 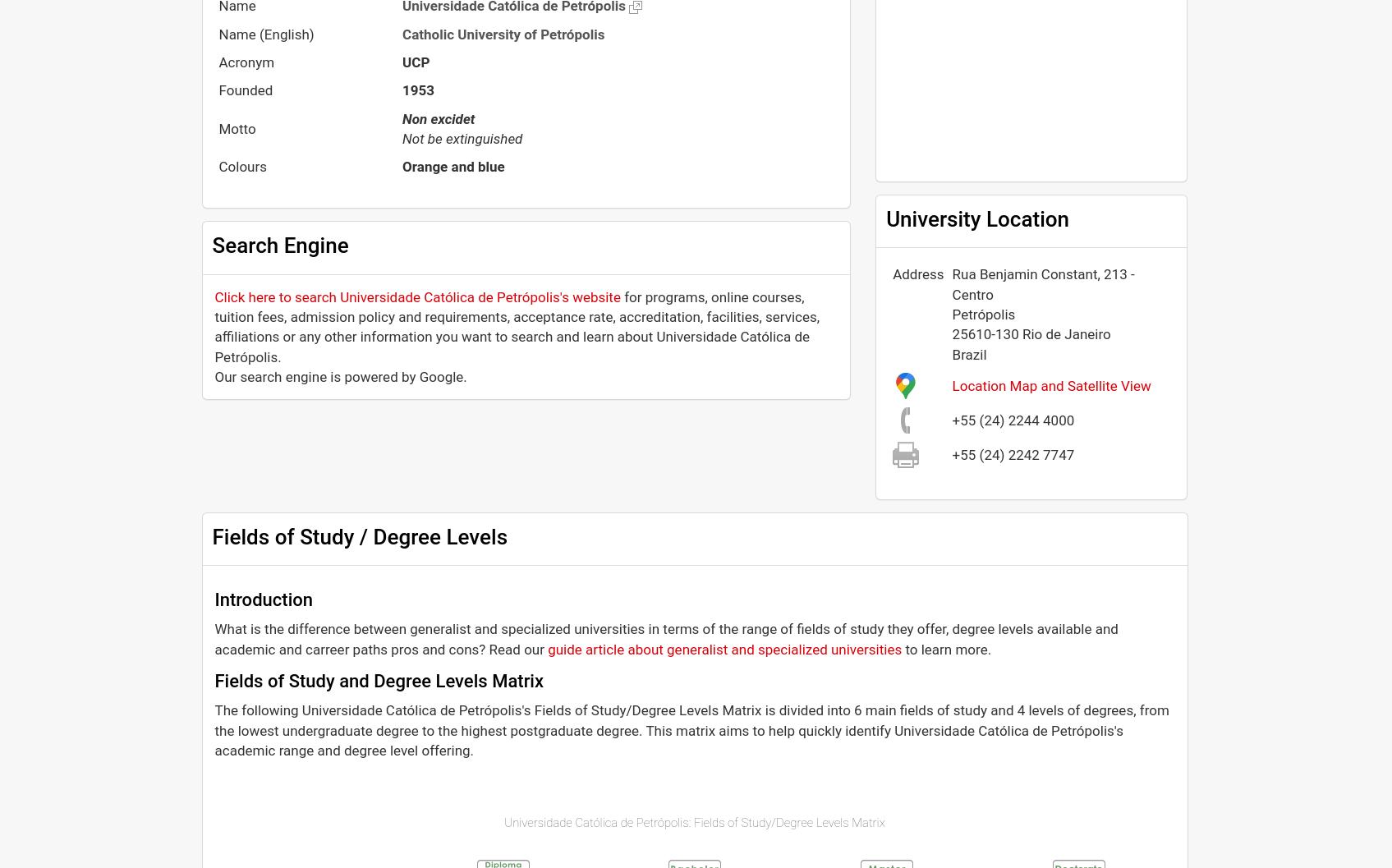 What do you see at coordinates (969, 353) in the screenshot?
I see `'Brazil'` at bounding box center [969, 353].